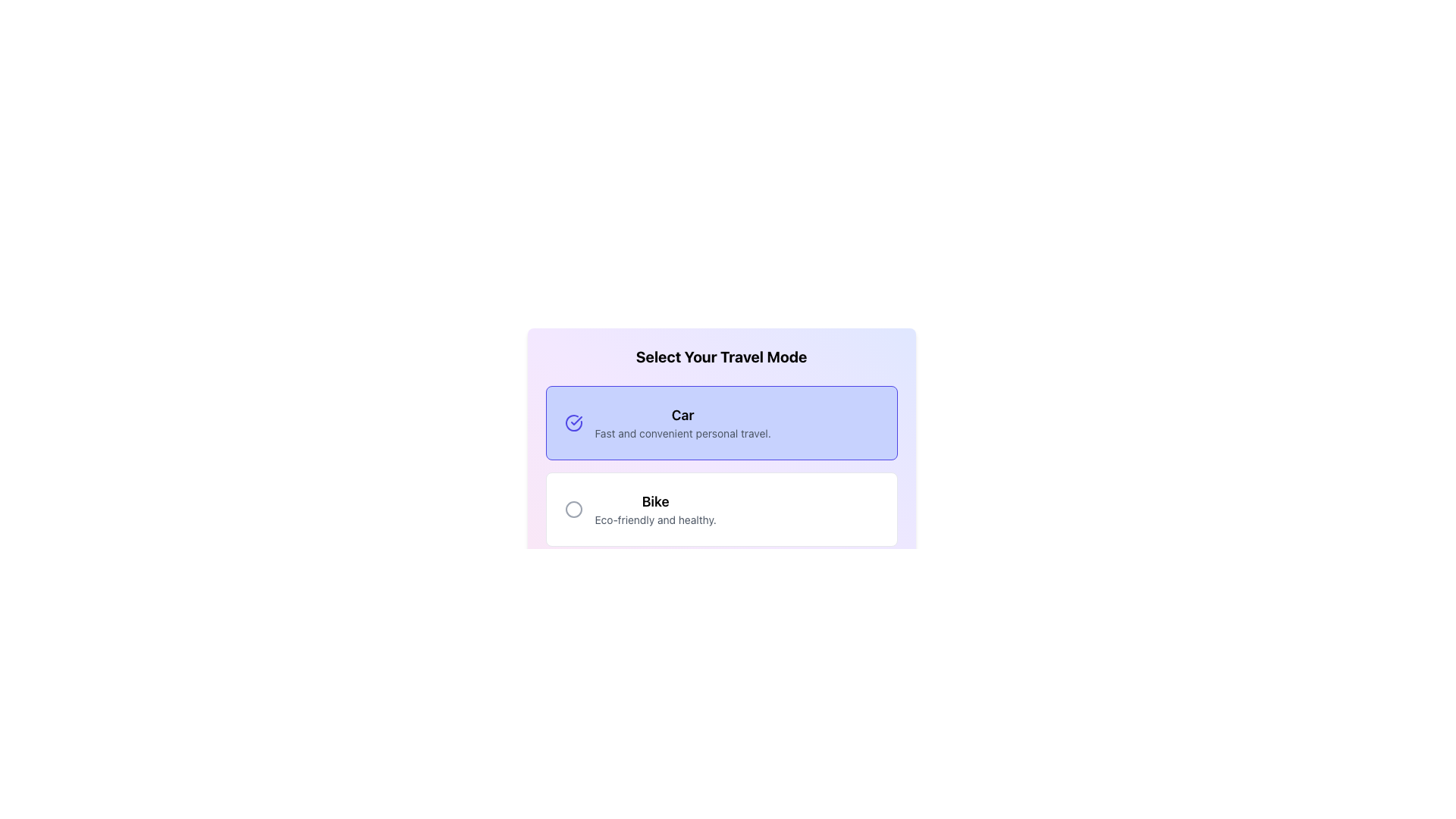  What do you see at coordinates (682, 423) in the screenshot?
I see `the text label displaying information about the 'Car' travel mode within the selectable card, which is styled with blue hues and positioned beneath the title 'Select Your Travel Mode.'` at bounding box center [682, 423].